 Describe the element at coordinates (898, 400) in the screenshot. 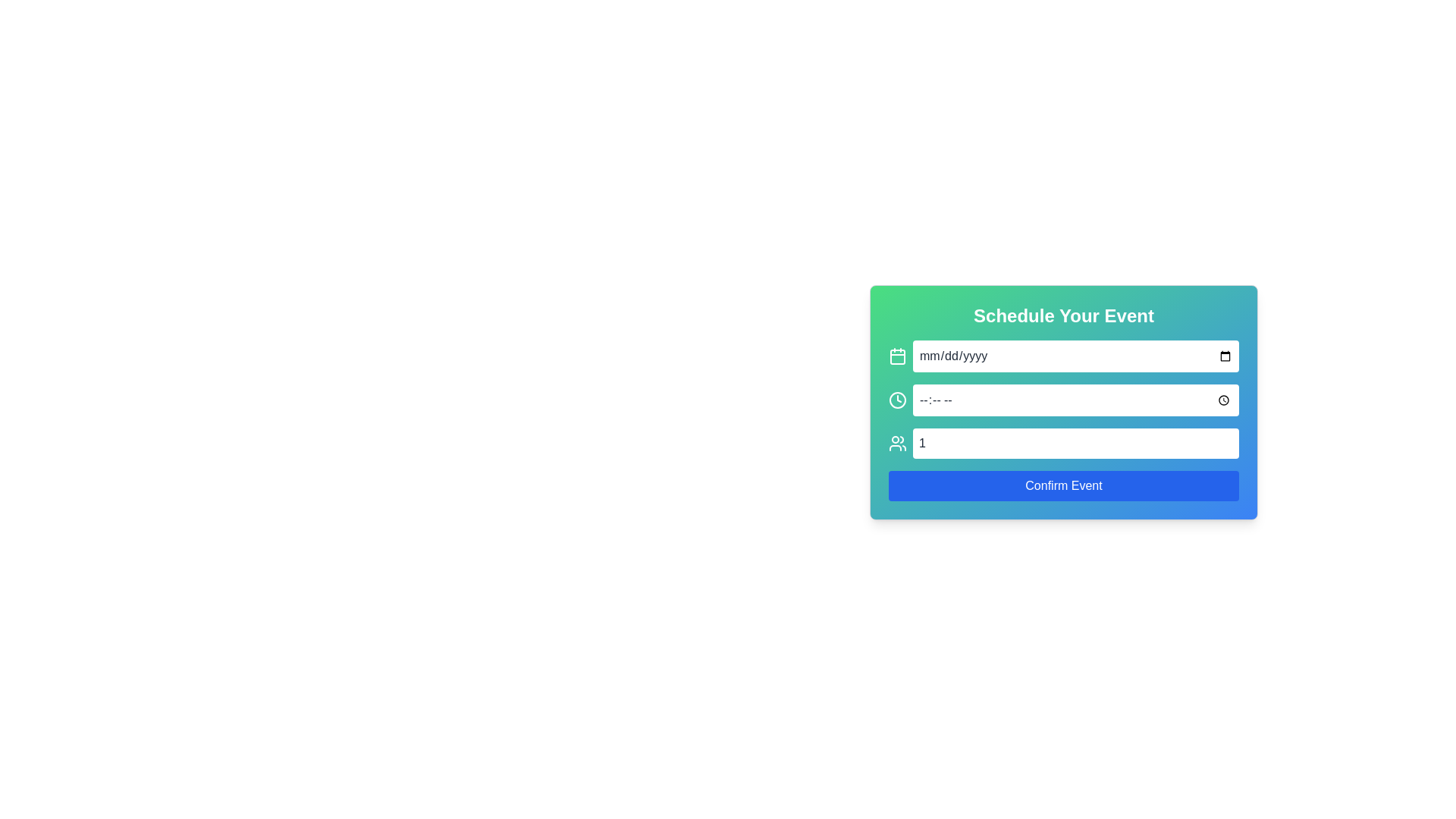

I see `the clock icon, which is a circular icon with hands, located to the left of the time selection input field` at that location.